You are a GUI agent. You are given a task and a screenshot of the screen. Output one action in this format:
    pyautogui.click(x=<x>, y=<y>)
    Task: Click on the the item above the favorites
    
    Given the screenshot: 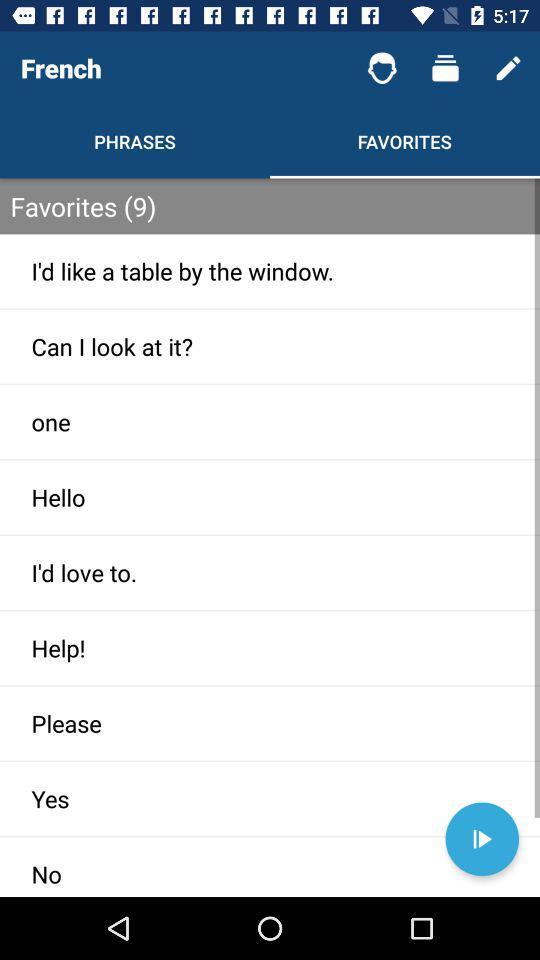 What is the action you would take?
    pyautogui.click(x=382, y=68)
    